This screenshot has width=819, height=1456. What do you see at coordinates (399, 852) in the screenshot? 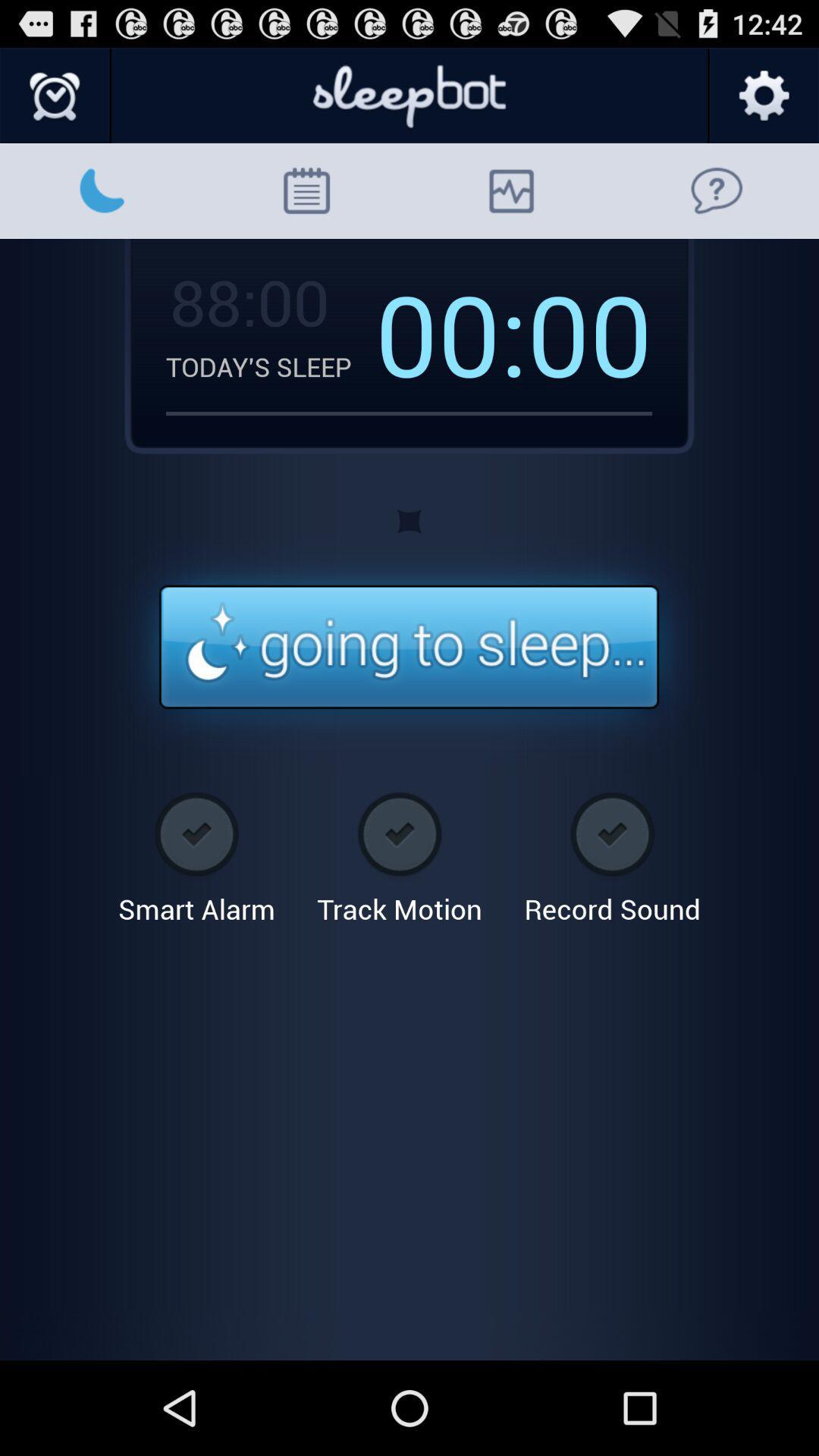
I see `track motion app` at bounding box center [399, 852].